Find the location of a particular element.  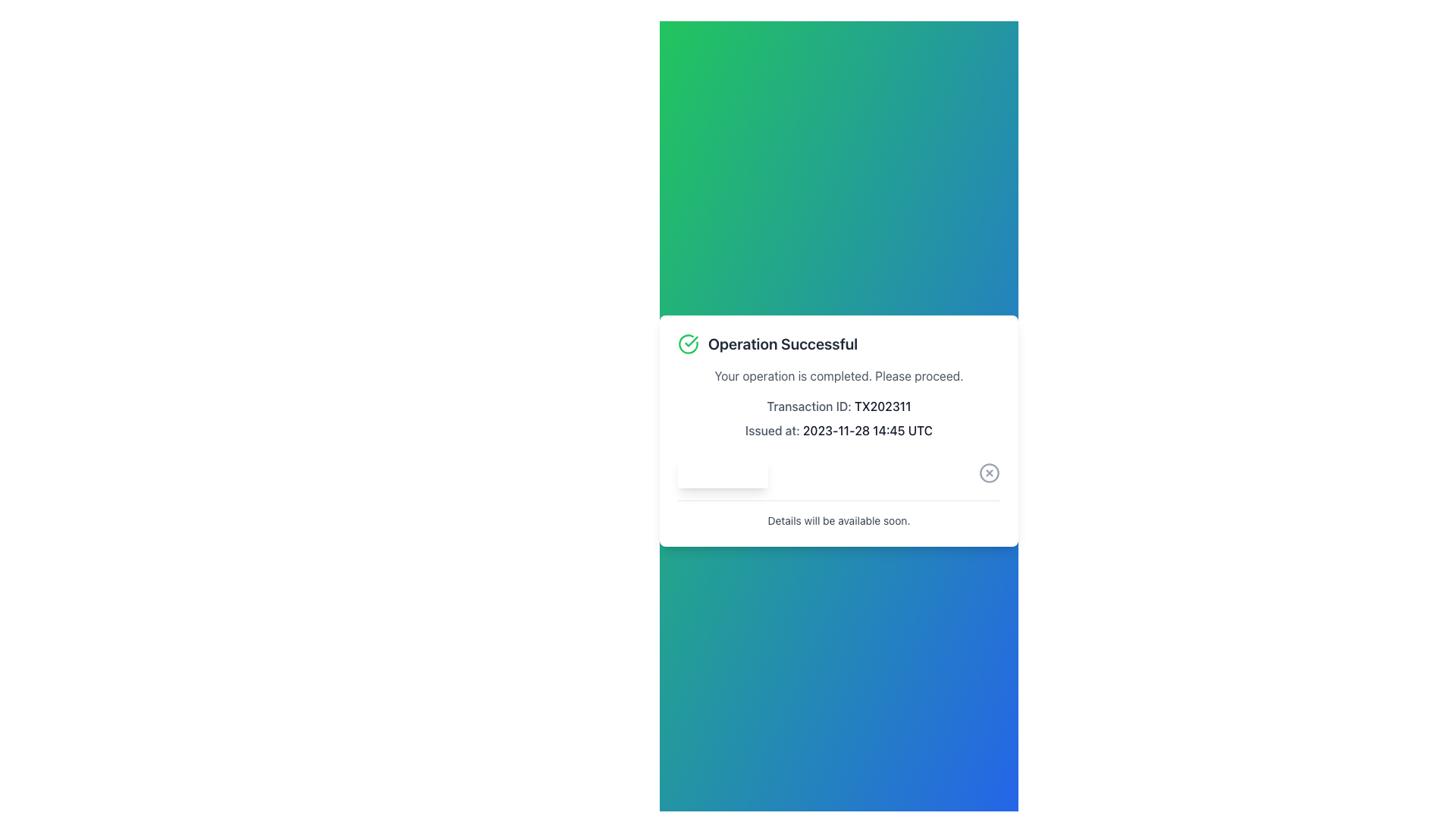

the static success message label located to the right of the green checkmark icon in the notification card is located at coordinates (783, 344).